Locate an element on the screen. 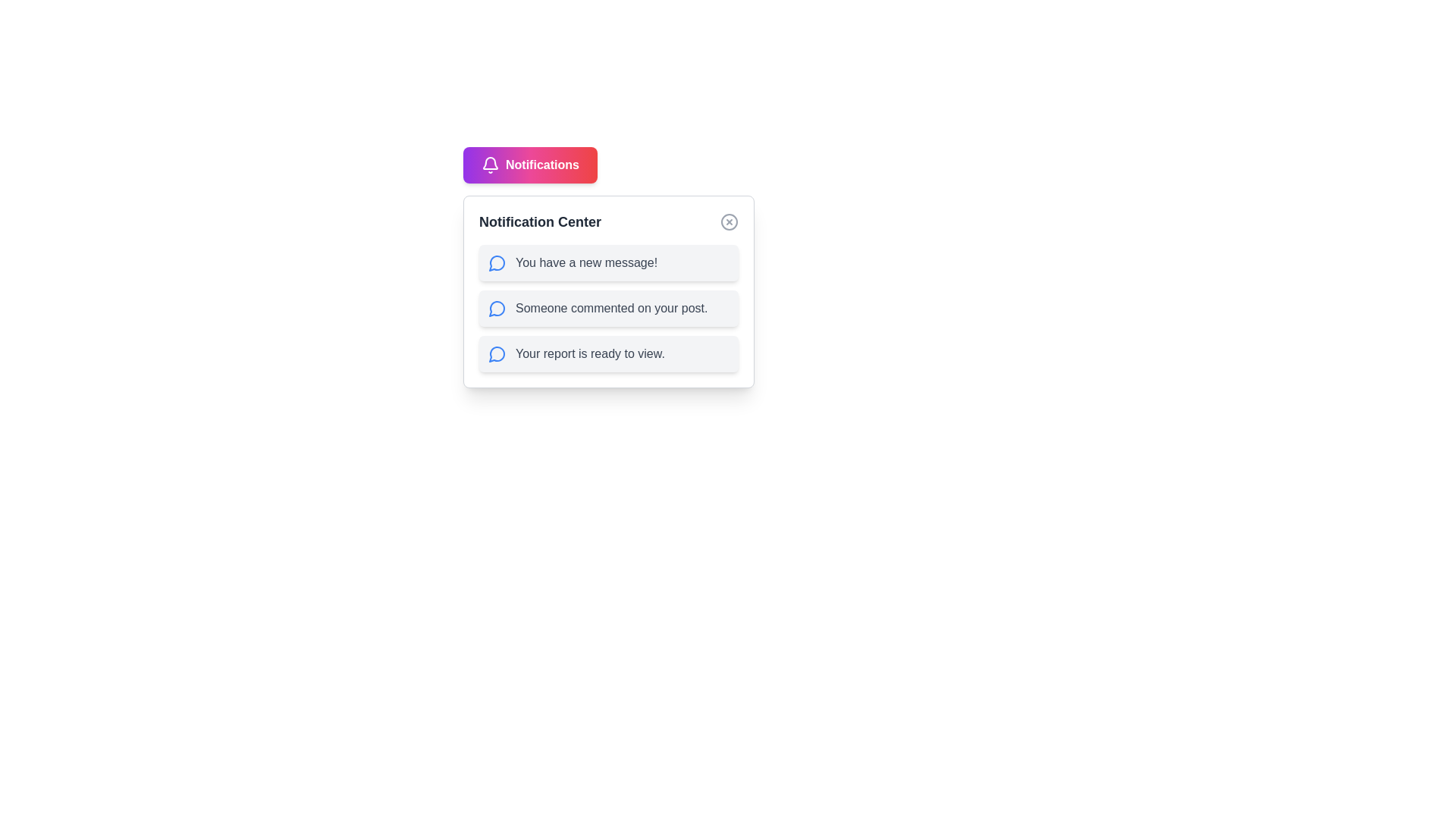 This screenshot has width=1456, height=819. notification text located in the second notification card of the 'Notification Center' panel, positioned to the right of the message bubble icon is located at coordinates (611, 308).